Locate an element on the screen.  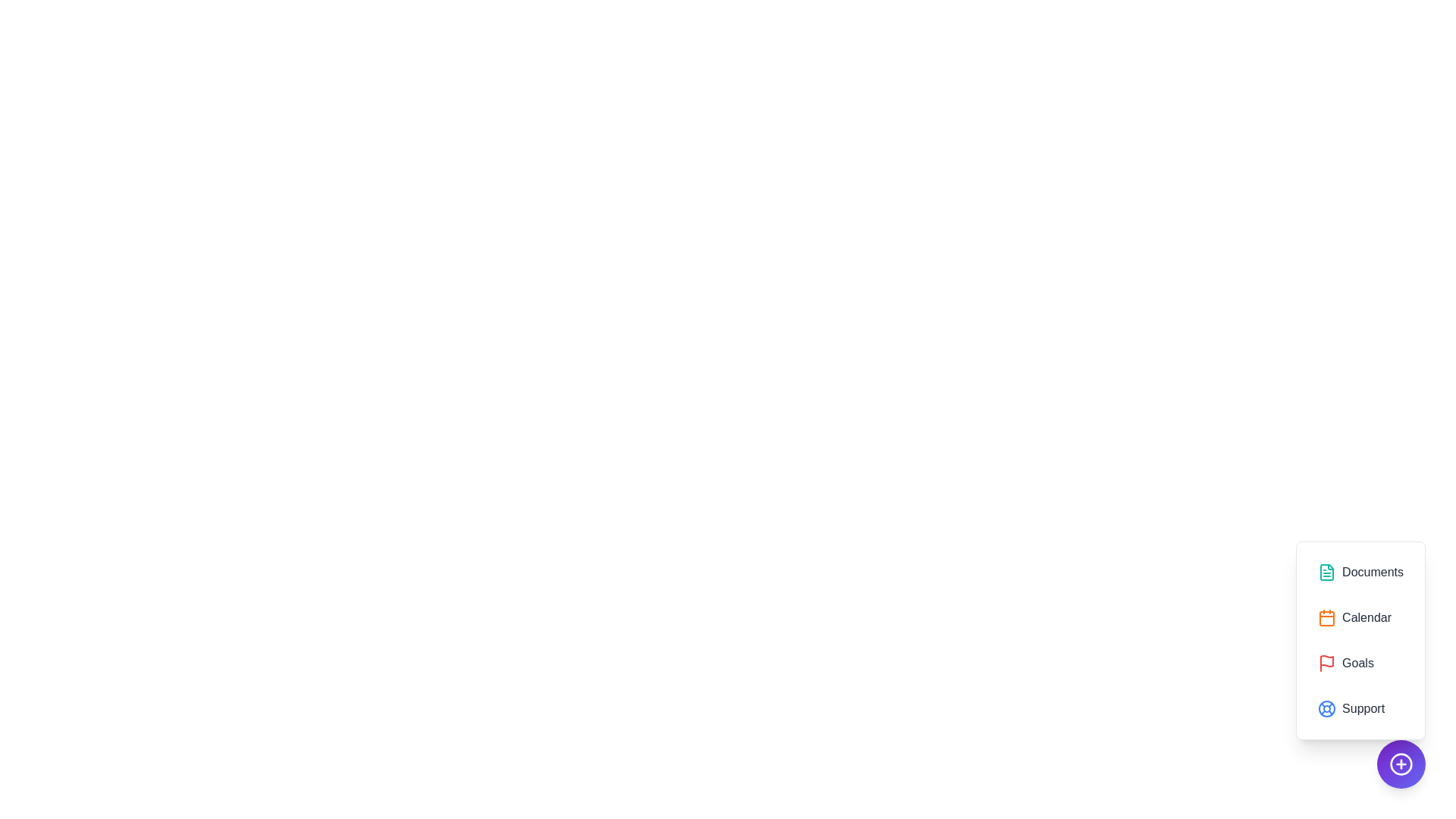
the option Calendar from the menu is located at coordinates (1360, 617).